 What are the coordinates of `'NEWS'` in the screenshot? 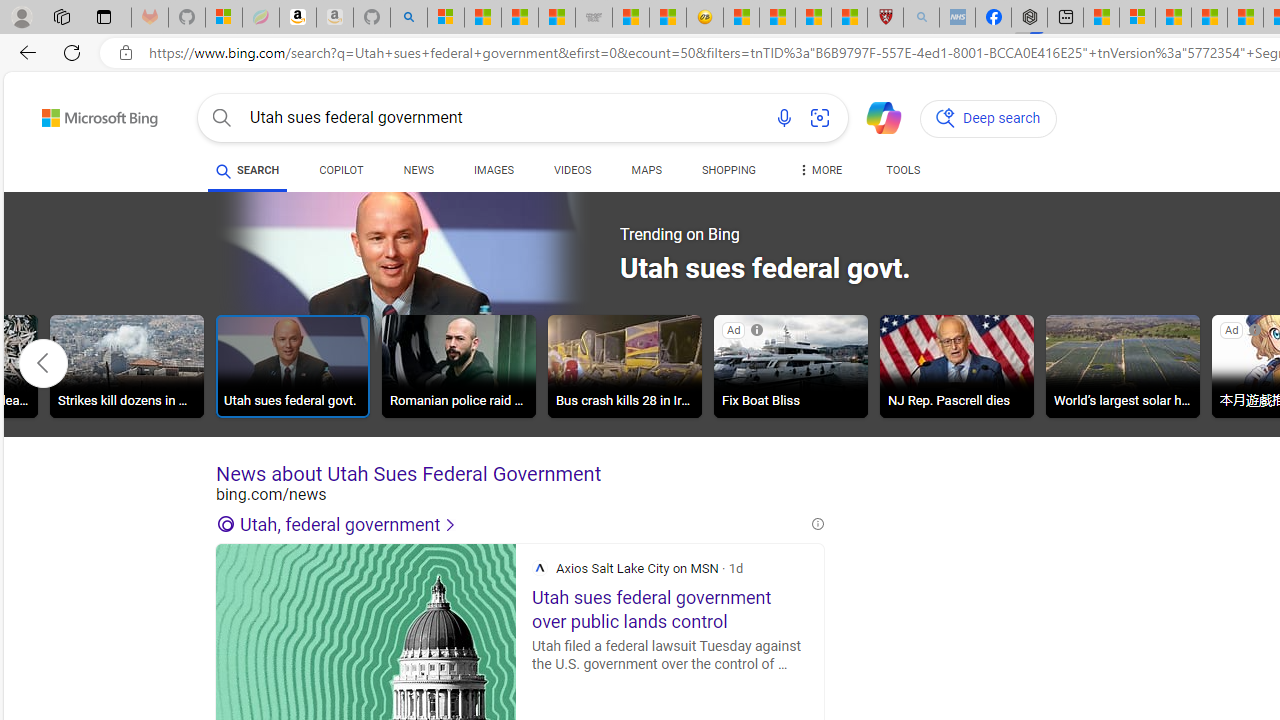 It's located at (417, 172).